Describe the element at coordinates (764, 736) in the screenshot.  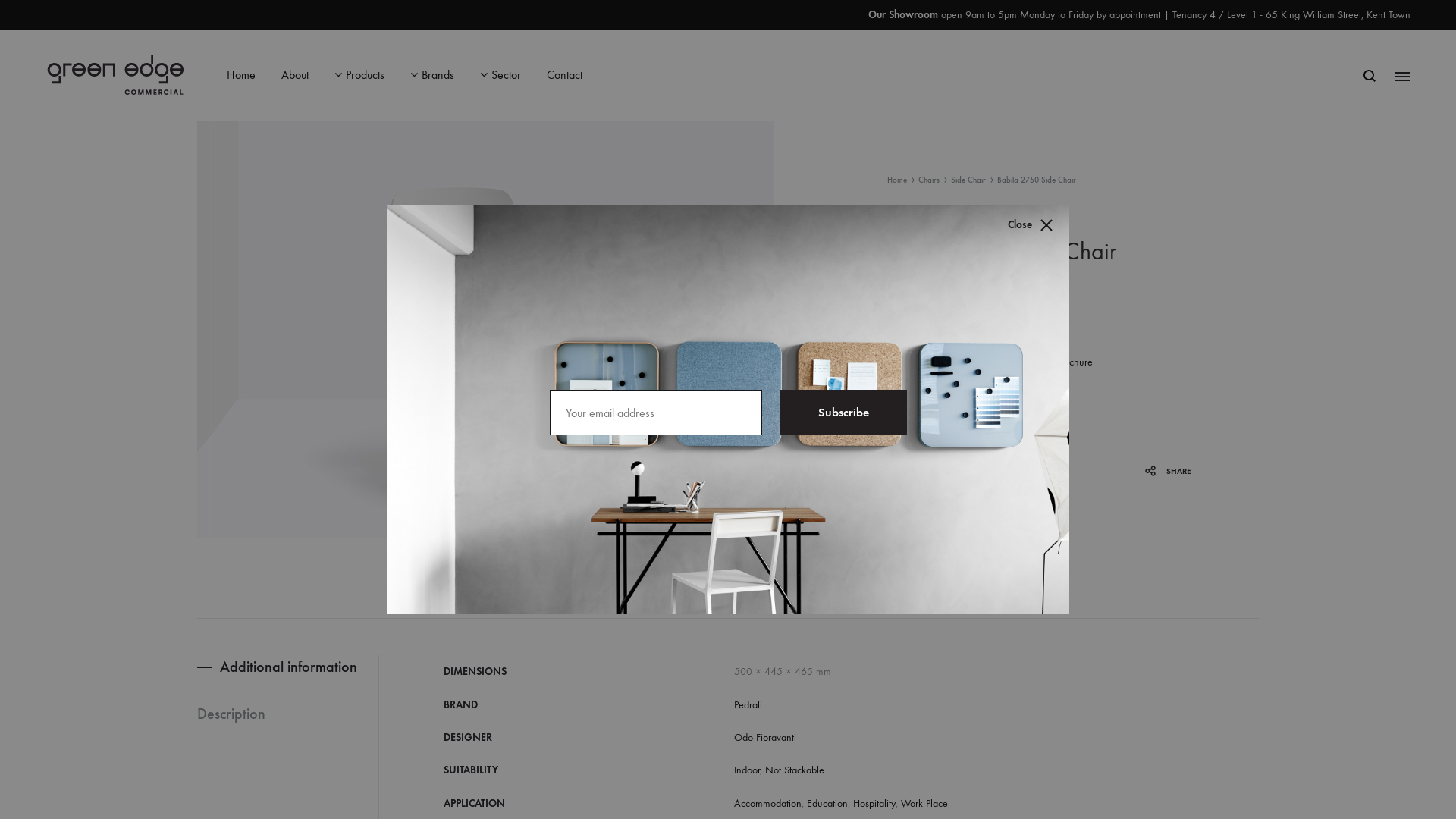
I see `'Odo Fioravanti'` at that location.